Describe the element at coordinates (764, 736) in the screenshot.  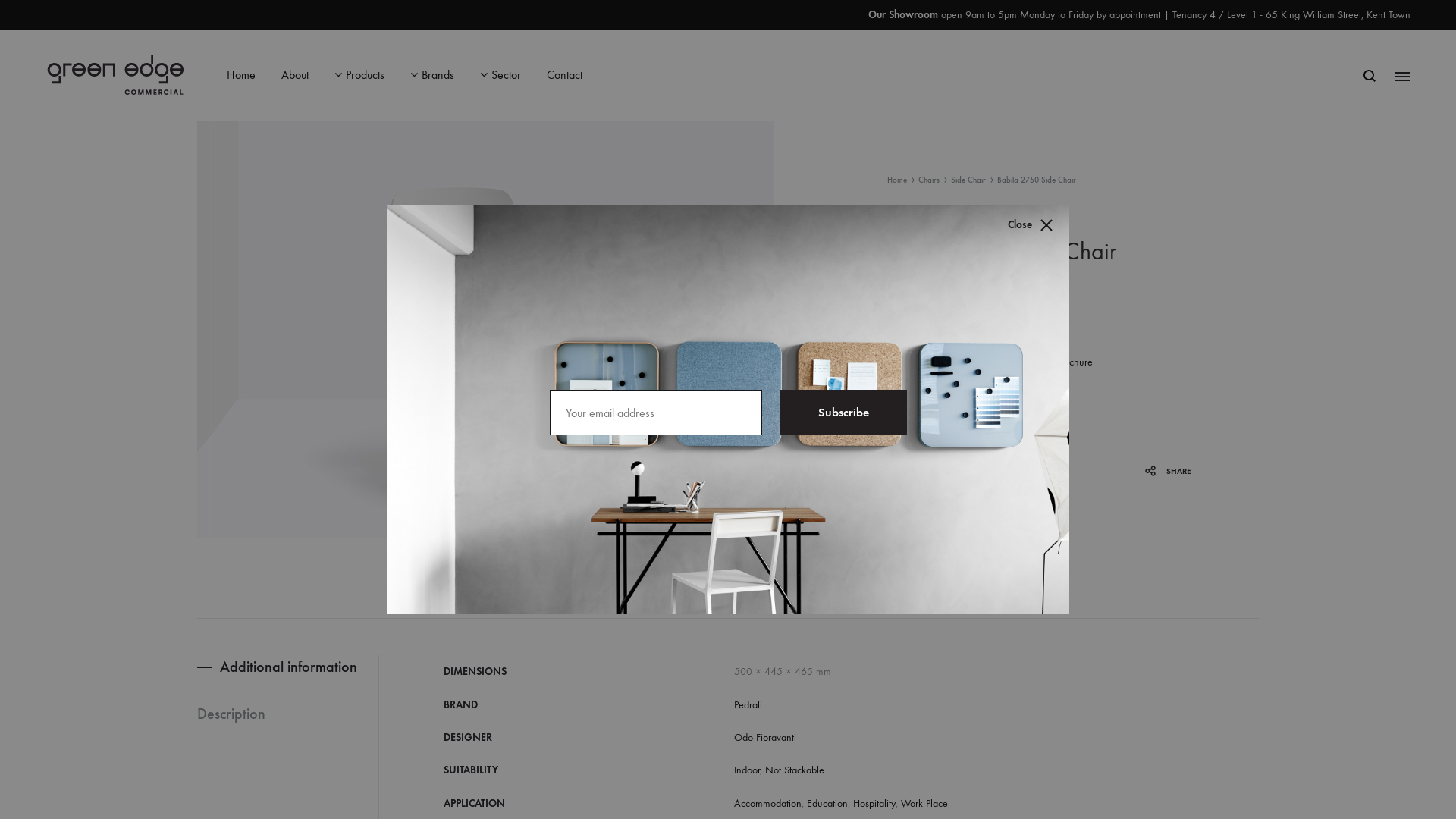
I see `'Odo Fioravanti'` at that location.